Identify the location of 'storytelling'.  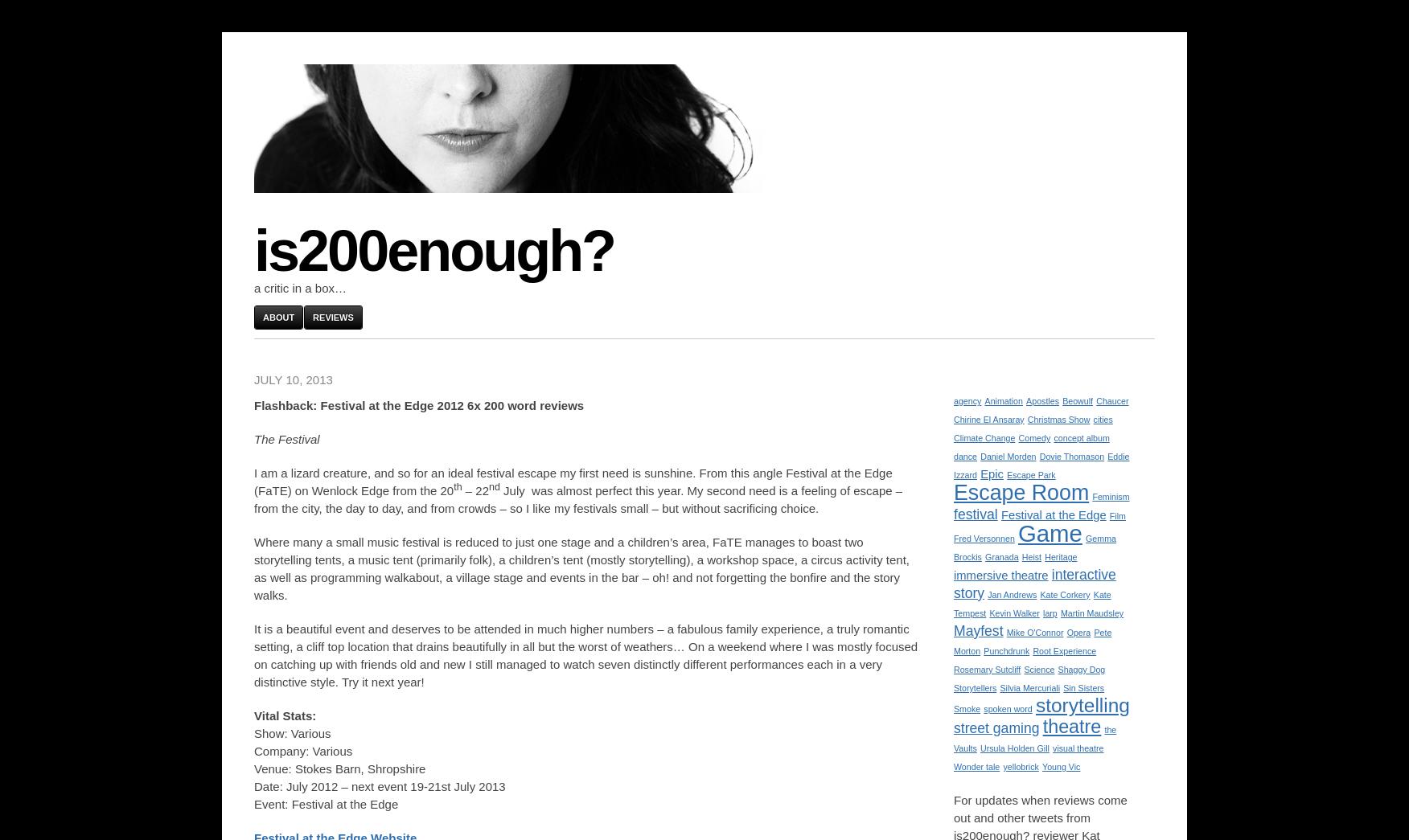
(1082, 705).